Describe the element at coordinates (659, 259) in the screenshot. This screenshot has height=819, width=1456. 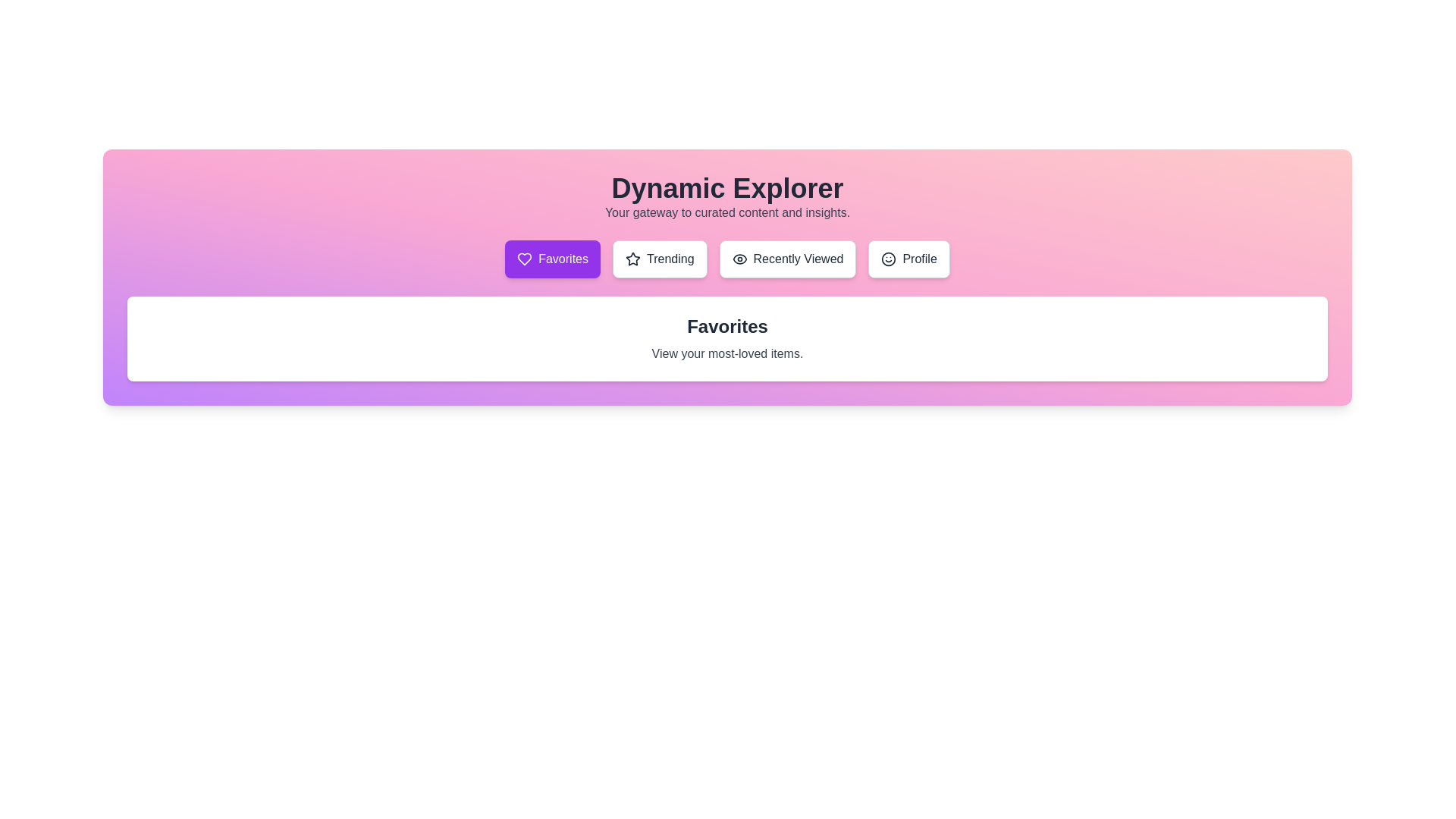
I see `the tab labeled Trending` at that location.